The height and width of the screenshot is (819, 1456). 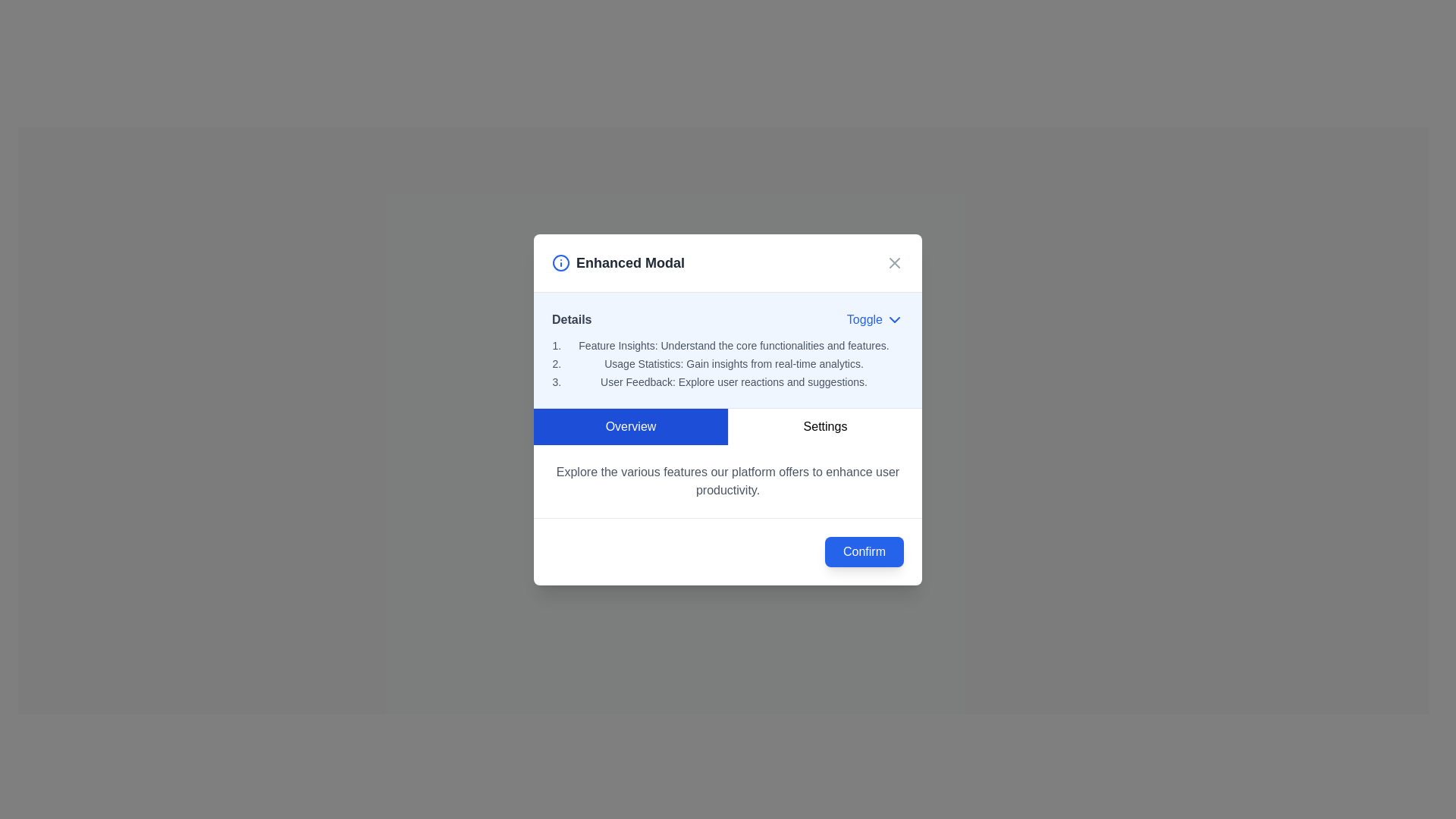 I want to click on the rightmost button in the modal interface, so click(x=824, y=426).